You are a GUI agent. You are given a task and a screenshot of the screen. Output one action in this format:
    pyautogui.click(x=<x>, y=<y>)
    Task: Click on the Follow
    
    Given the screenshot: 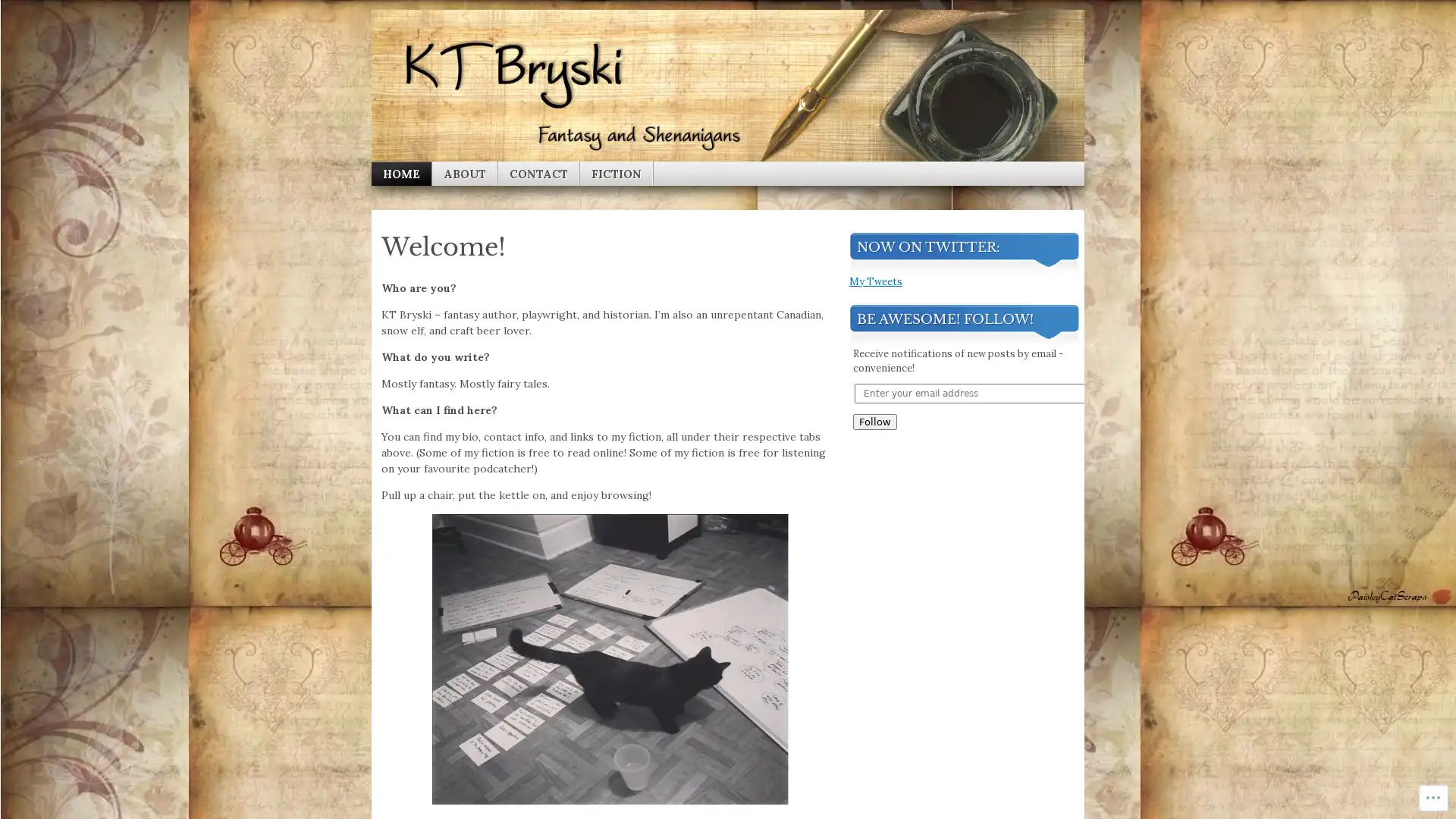 What is the action you would take?
    pyautogui.click(x=874, y=724)
    